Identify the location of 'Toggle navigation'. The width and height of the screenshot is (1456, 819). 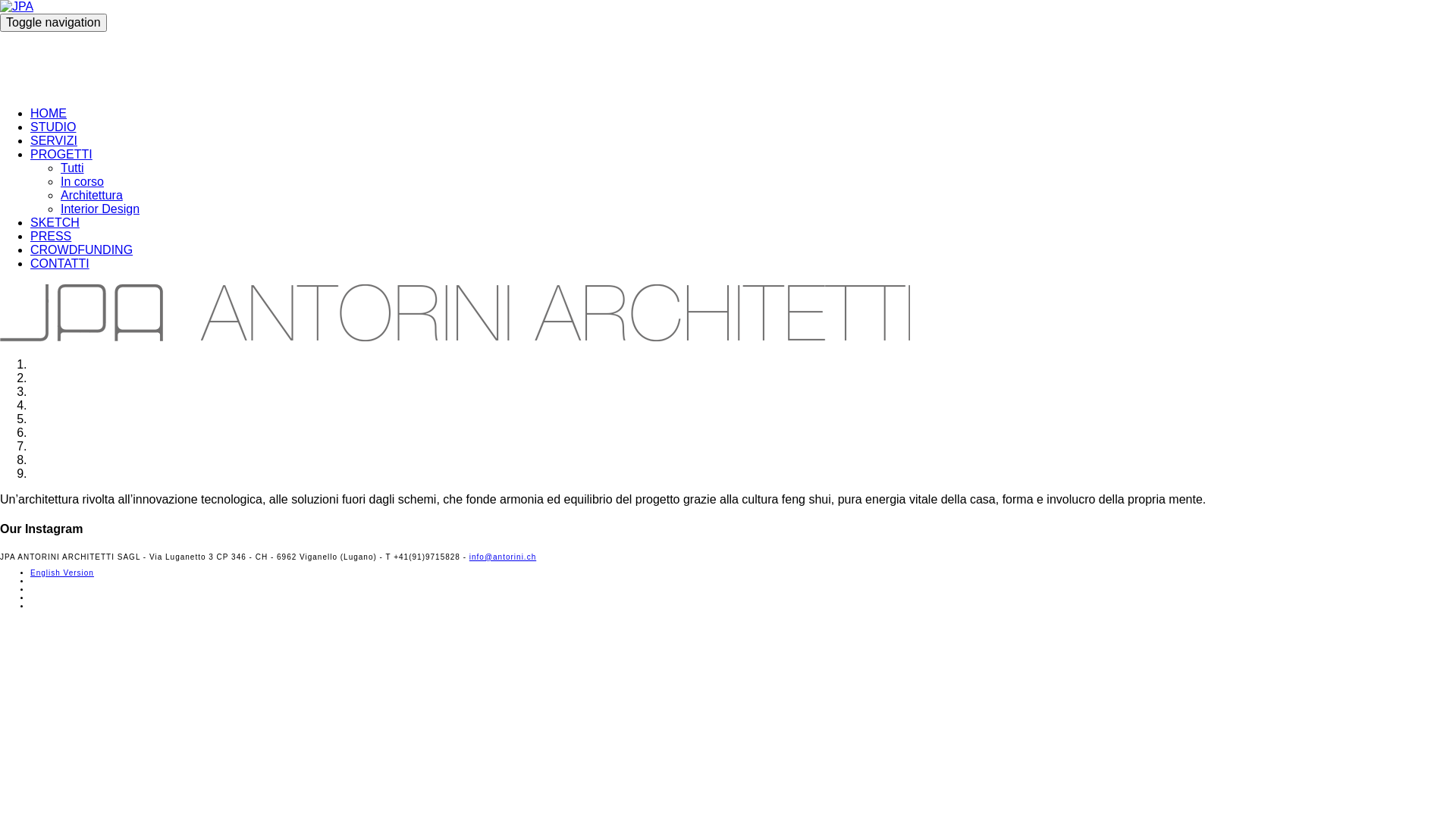
(53, 23).